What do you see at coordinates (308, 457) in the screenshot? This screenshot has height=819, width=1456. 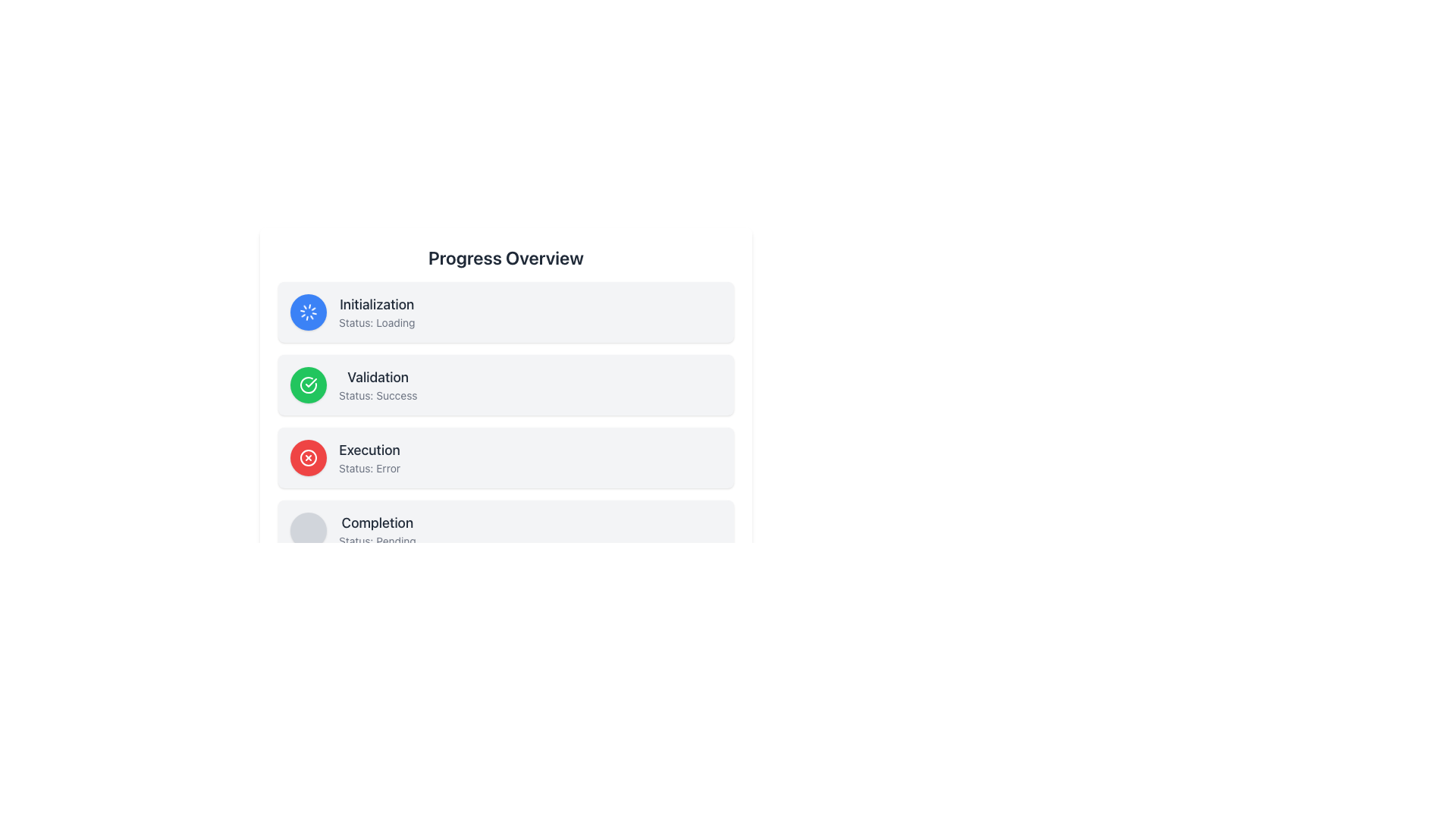 I see `the error icon located next to the 'Execution' text in the 'Progress Overview' section, indicating a stopping status` at bounding box center [308, 457].